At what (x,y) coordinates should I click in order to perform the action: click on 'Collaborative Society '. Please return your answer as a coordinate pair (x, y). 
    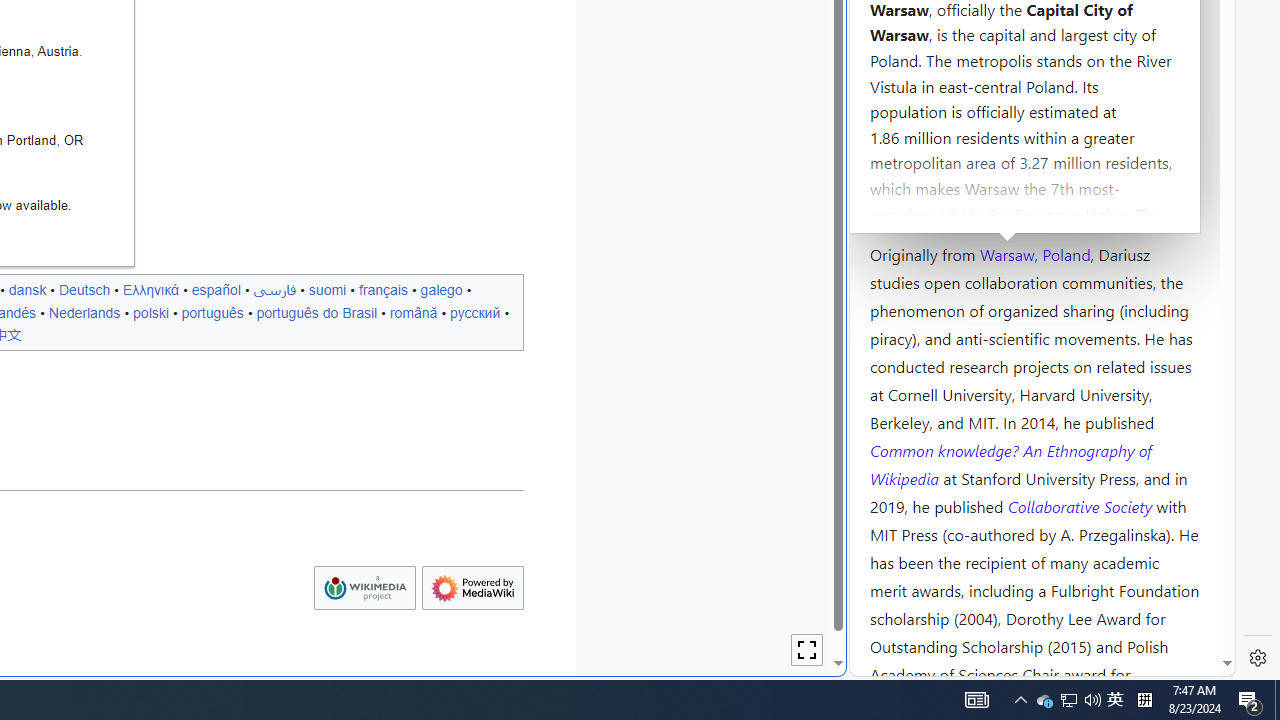
    Looking at the image, I should click on (1081, 504).